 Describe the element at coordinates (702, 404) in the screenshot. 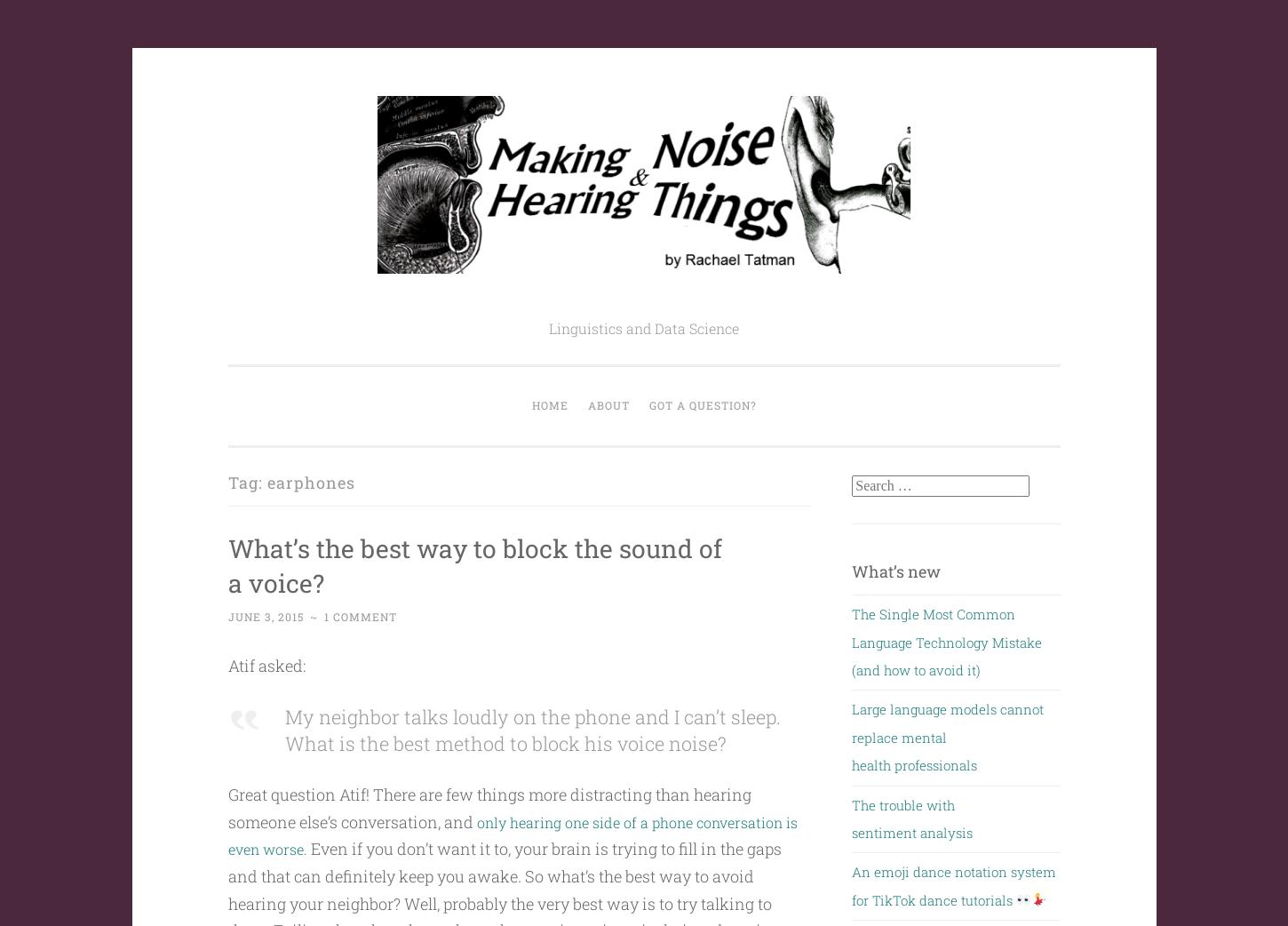

I see `'Got a question?'` at that location.